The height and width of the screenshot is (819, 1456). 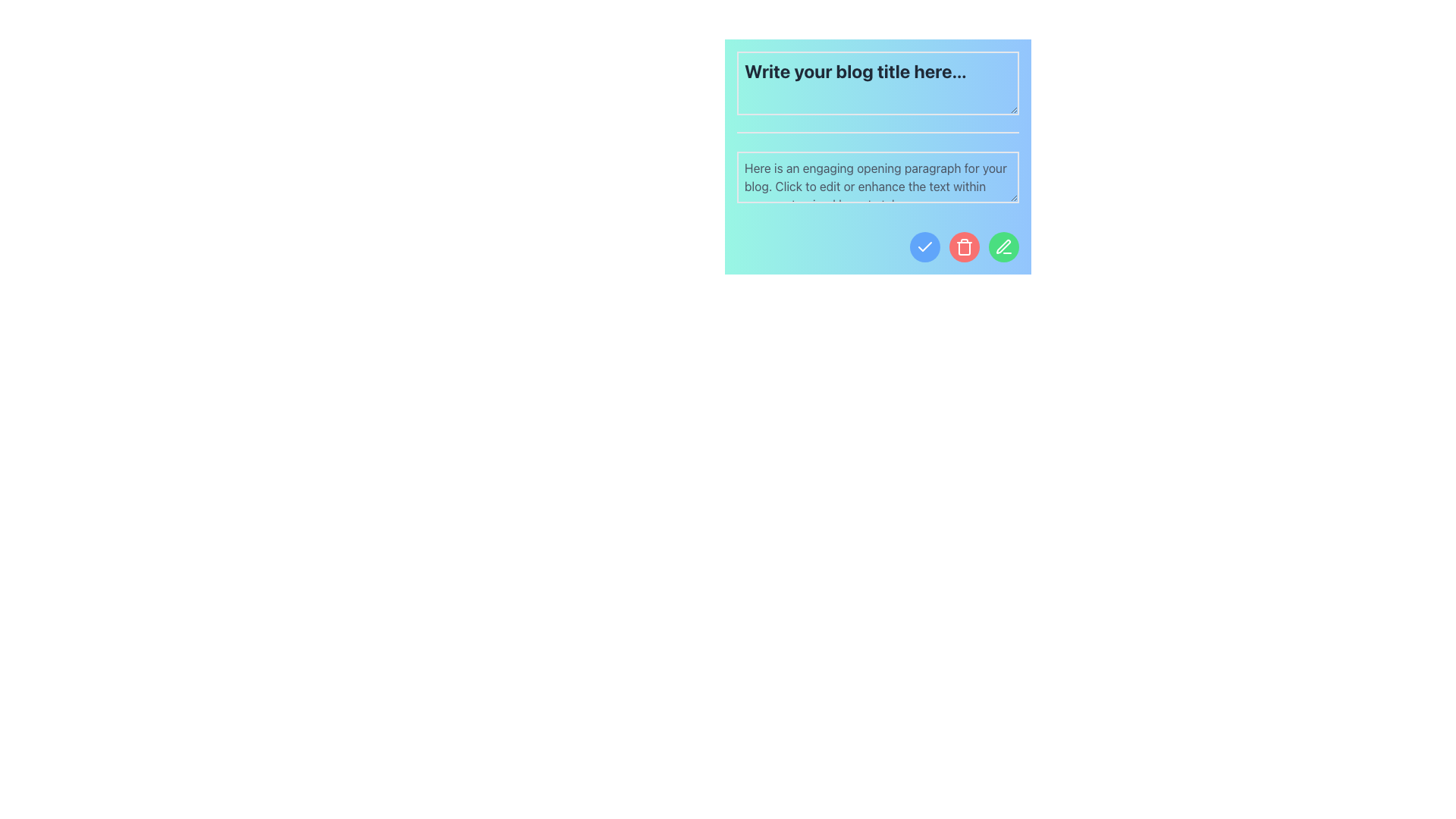 I want to click on the edit button, which is represented by a white pen icon inside a circular green button, located at the bottom right corner of the panel, so click(x=1004, y=246).